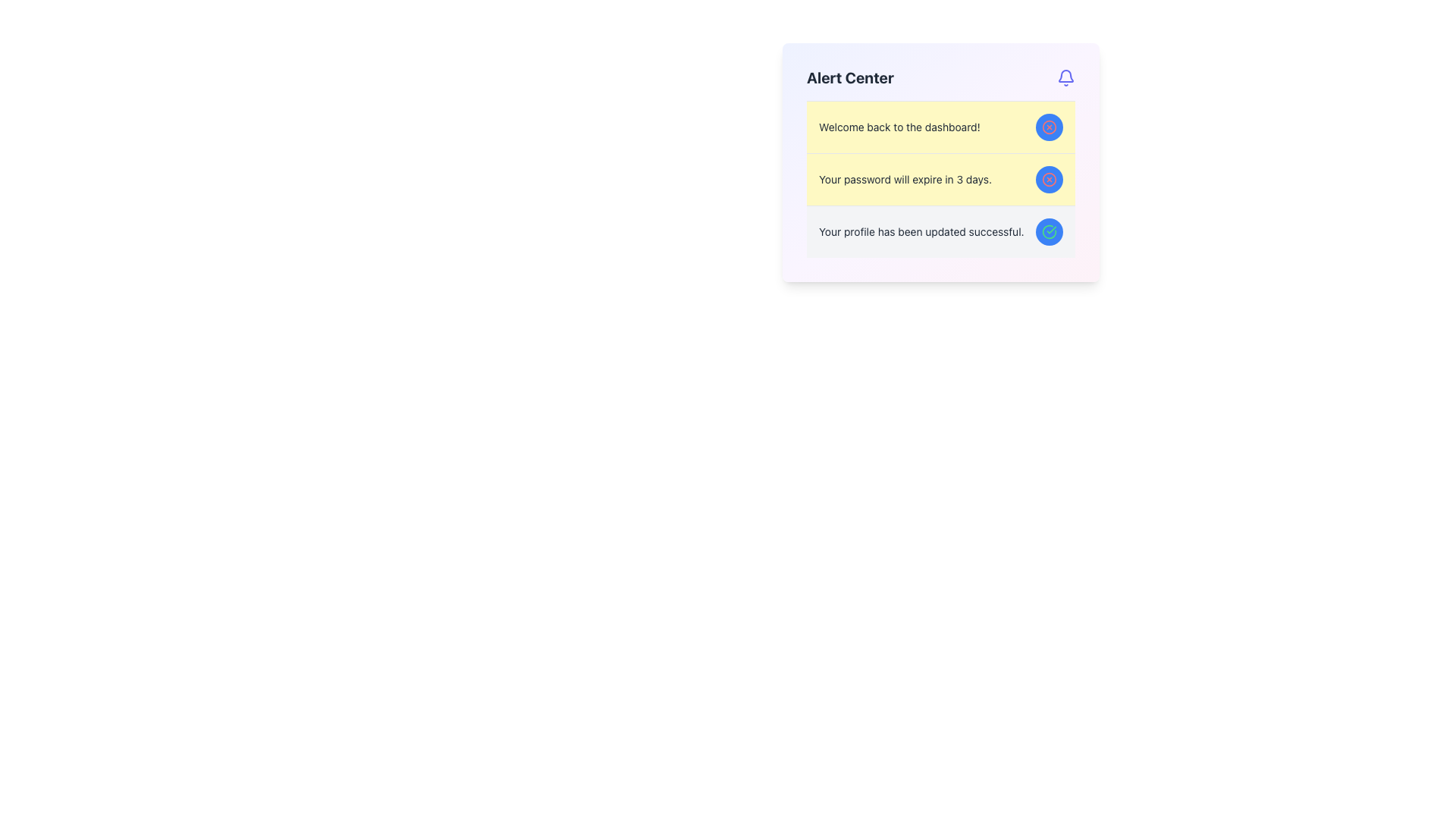 This screenshot has width=1456, height=819. Describe the element at coordinates (905, 178) in the screenshot. I see `the text label displaying 'Your password will expire in 3 days.'` at that location.